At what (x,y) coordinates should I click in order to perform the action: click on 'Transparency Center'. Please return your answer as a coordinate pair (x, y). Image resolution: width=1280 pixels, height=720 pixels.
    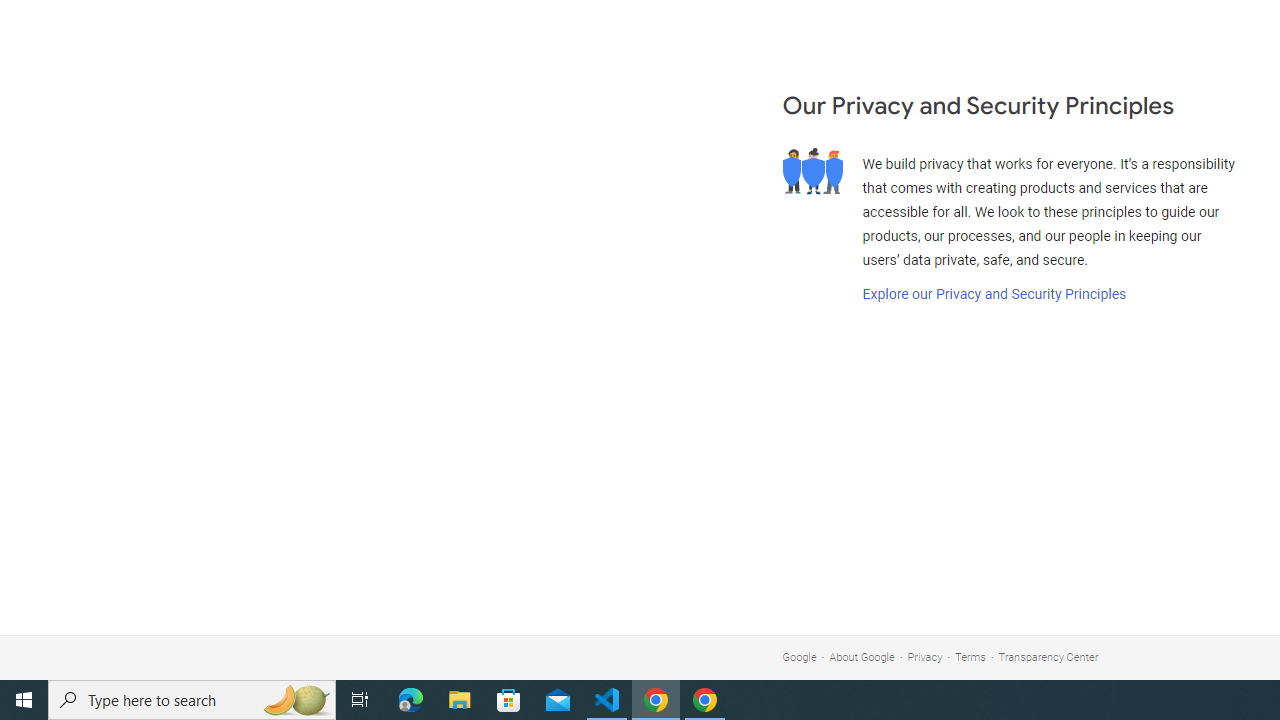
    Looking at the image, I should click on (1047, 657).